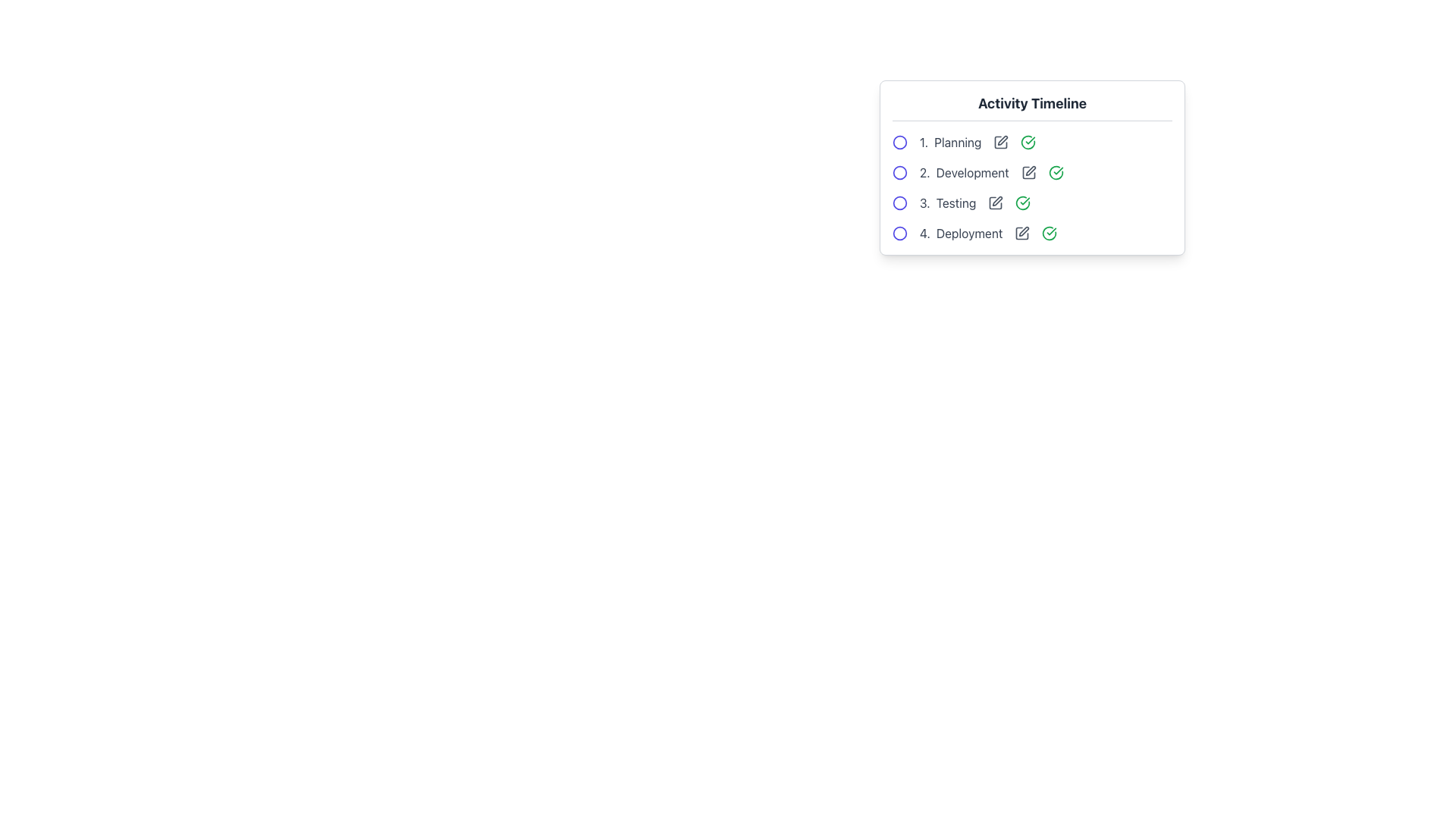 The width and height of the screenshot is (1456, 819). What do you see at coordinates (1049, 234) in the screenshot?
I see `the circular icon representing the status of the 'Development' activity, located to the right of the '2. Development' list item in the 'Activity Timeline' section` at bounding box center [1049, 234].